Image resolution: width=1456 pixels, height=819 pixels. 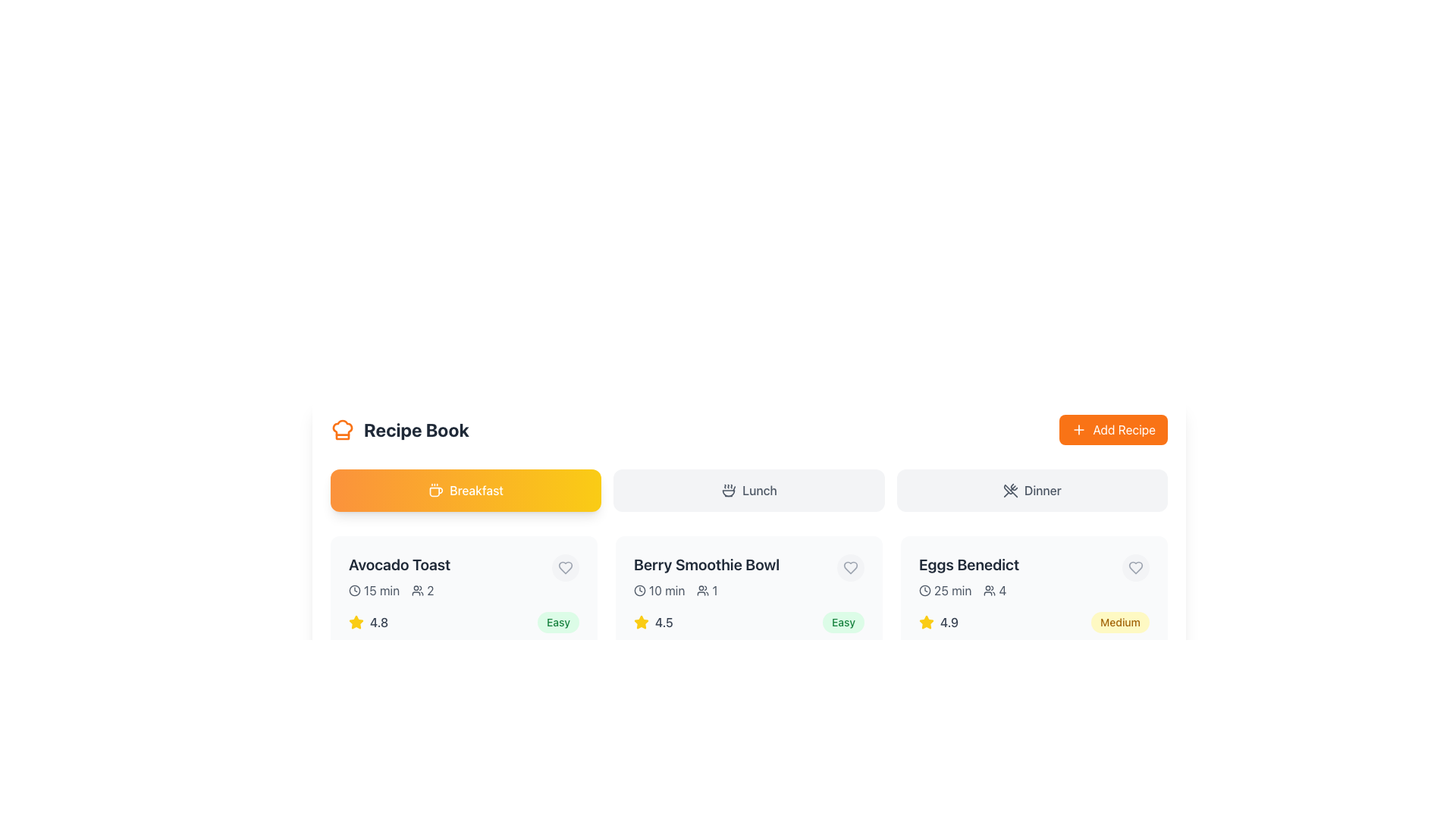 I want to click on the icon representing the lunch category, which is located within a rounded rectangular button labeled 'Lunch', so click(x=729, y=491).